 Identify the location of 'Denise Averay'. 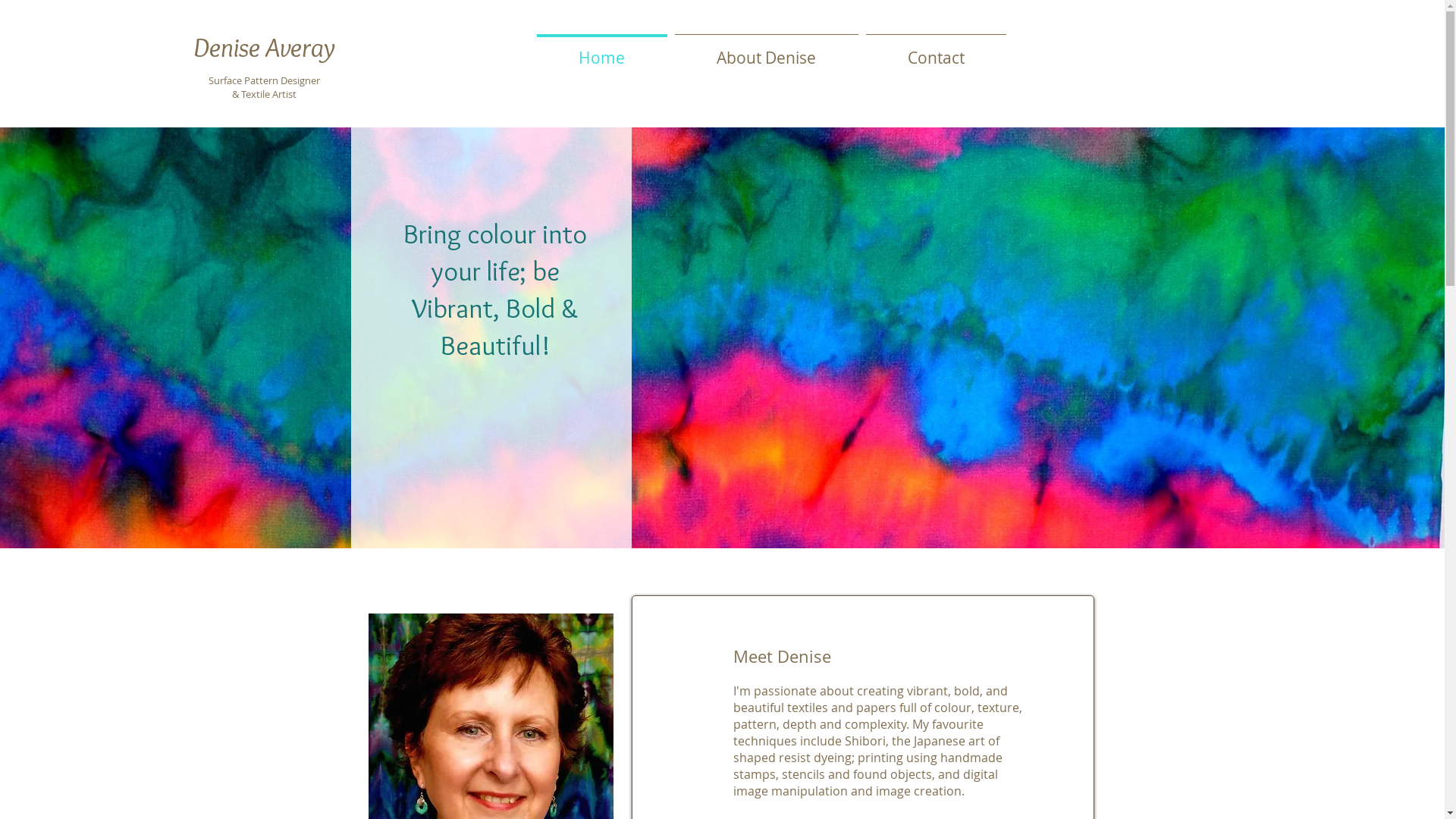
(264, 45).